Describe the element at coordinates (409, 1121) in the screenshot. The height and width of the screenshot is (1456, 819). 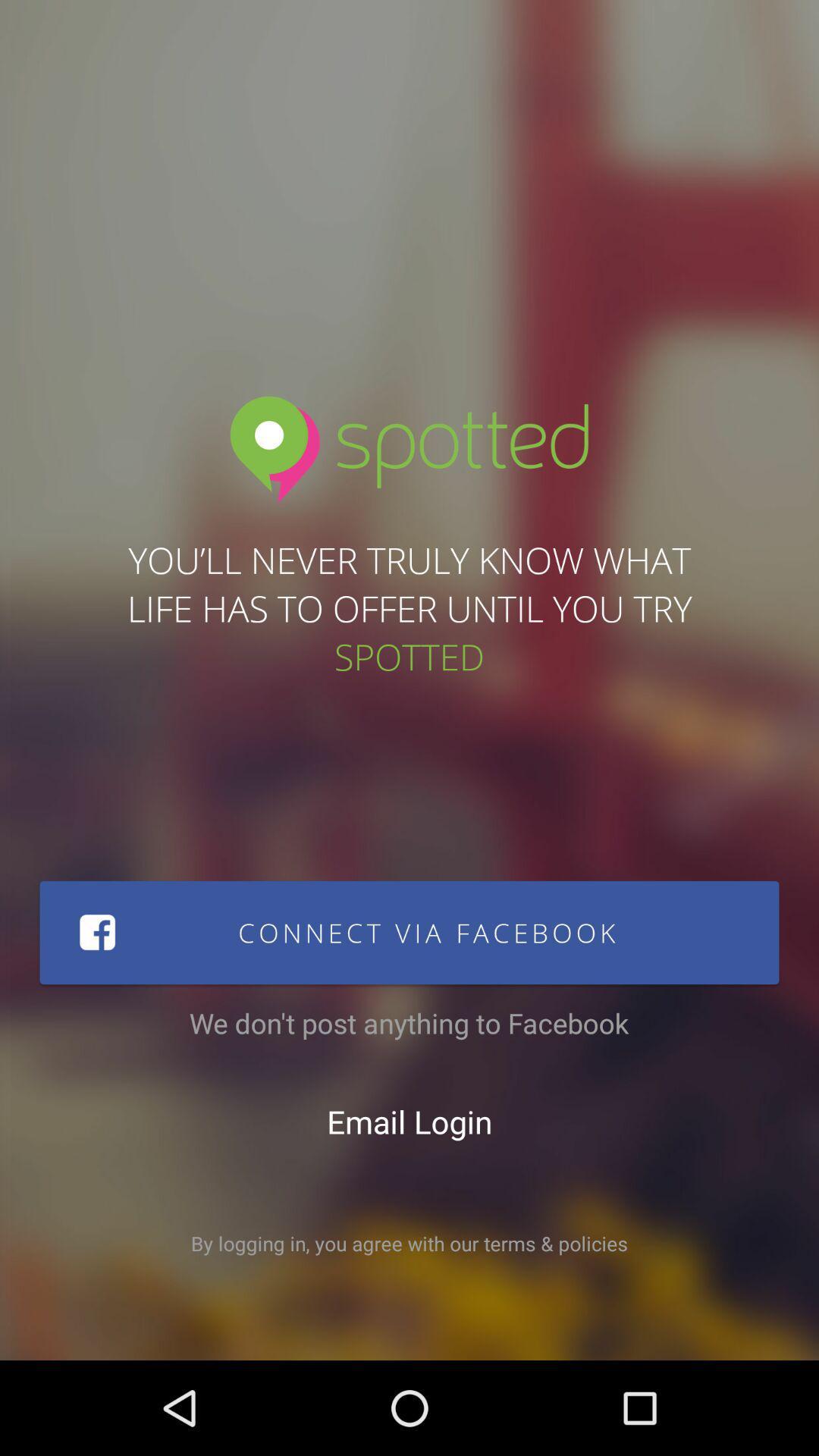
I see `item below the we don t` at that location.